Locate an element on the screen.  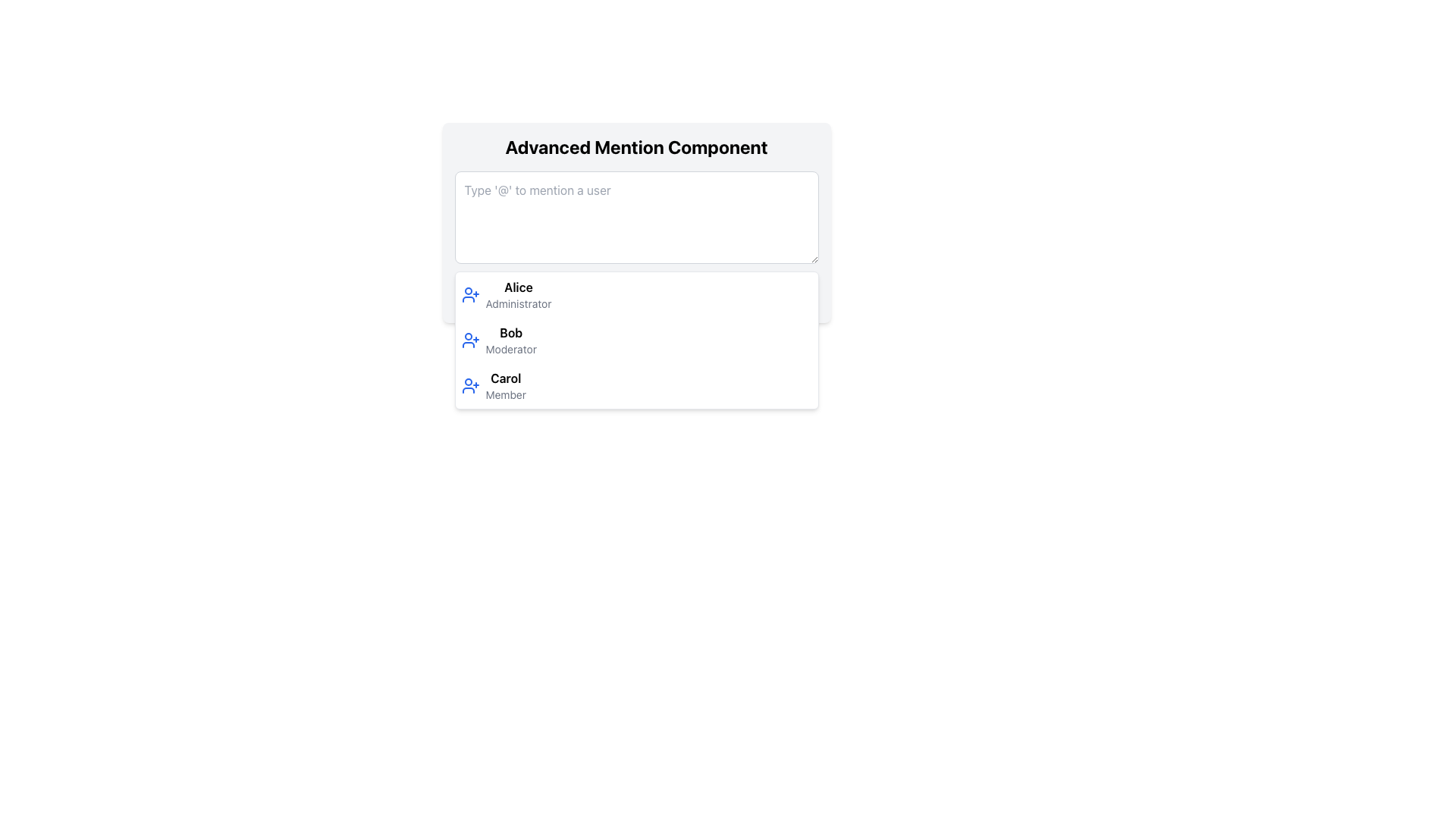
the text label displaying the role or designation associated with the user 'Alice', which is located below her name in the dropdown box is located at coordinates (518, 304).